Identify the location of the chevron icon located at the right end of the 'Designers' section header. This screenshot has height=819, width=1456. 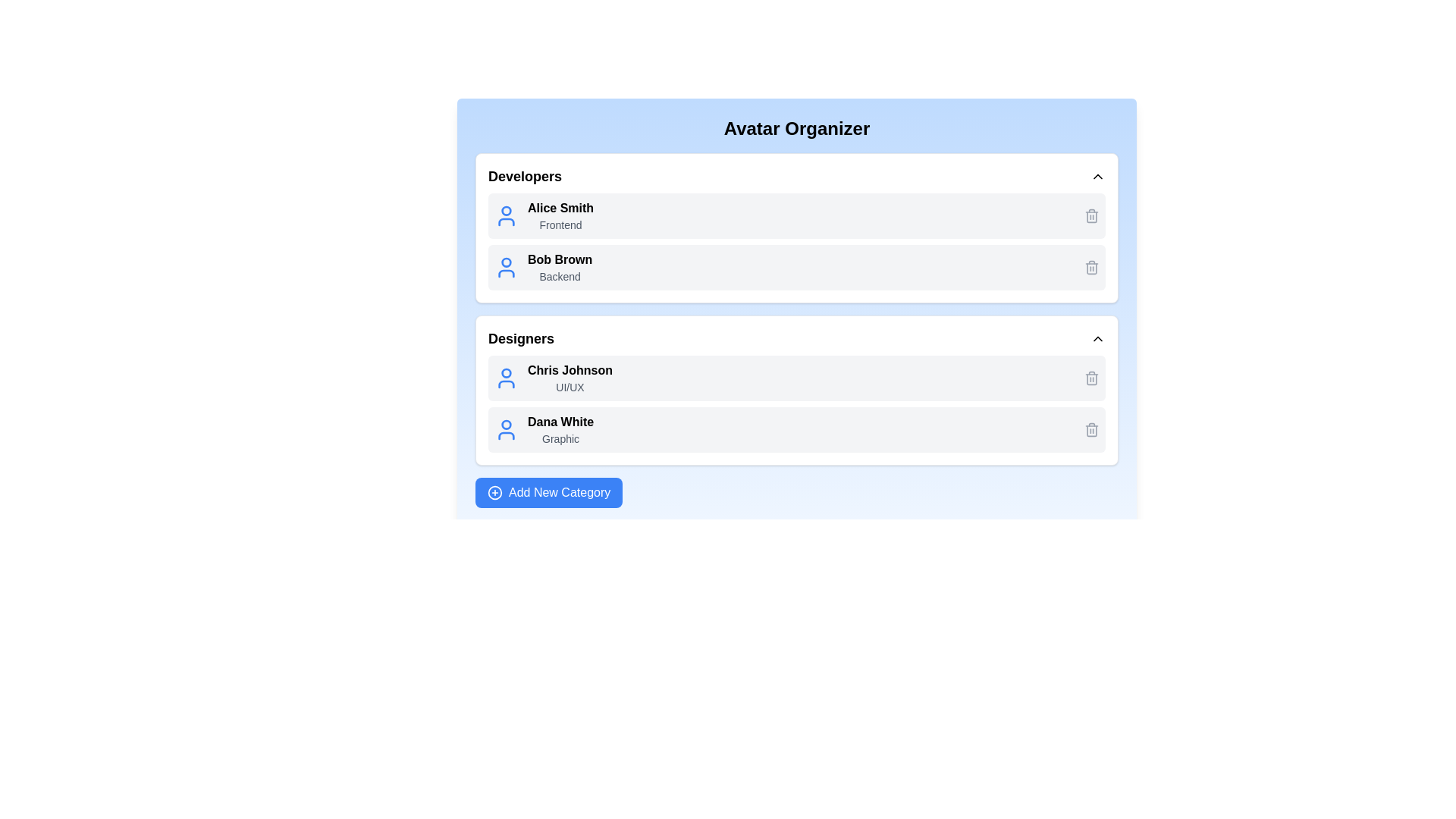
(1098, 338).